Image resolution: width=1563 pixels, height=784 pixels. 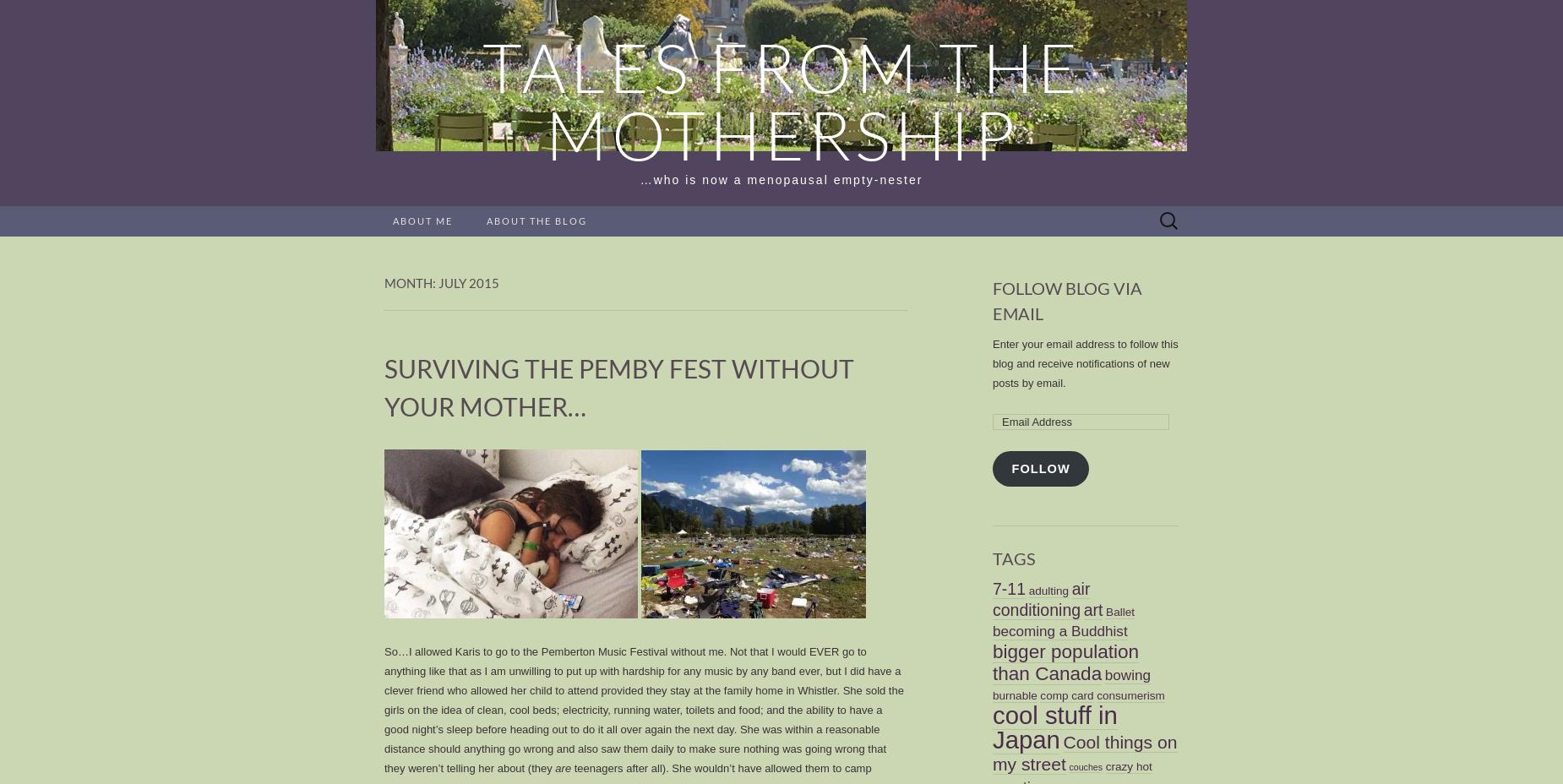 I want to click on 'crazy hot', so click(x=1103, y=765).